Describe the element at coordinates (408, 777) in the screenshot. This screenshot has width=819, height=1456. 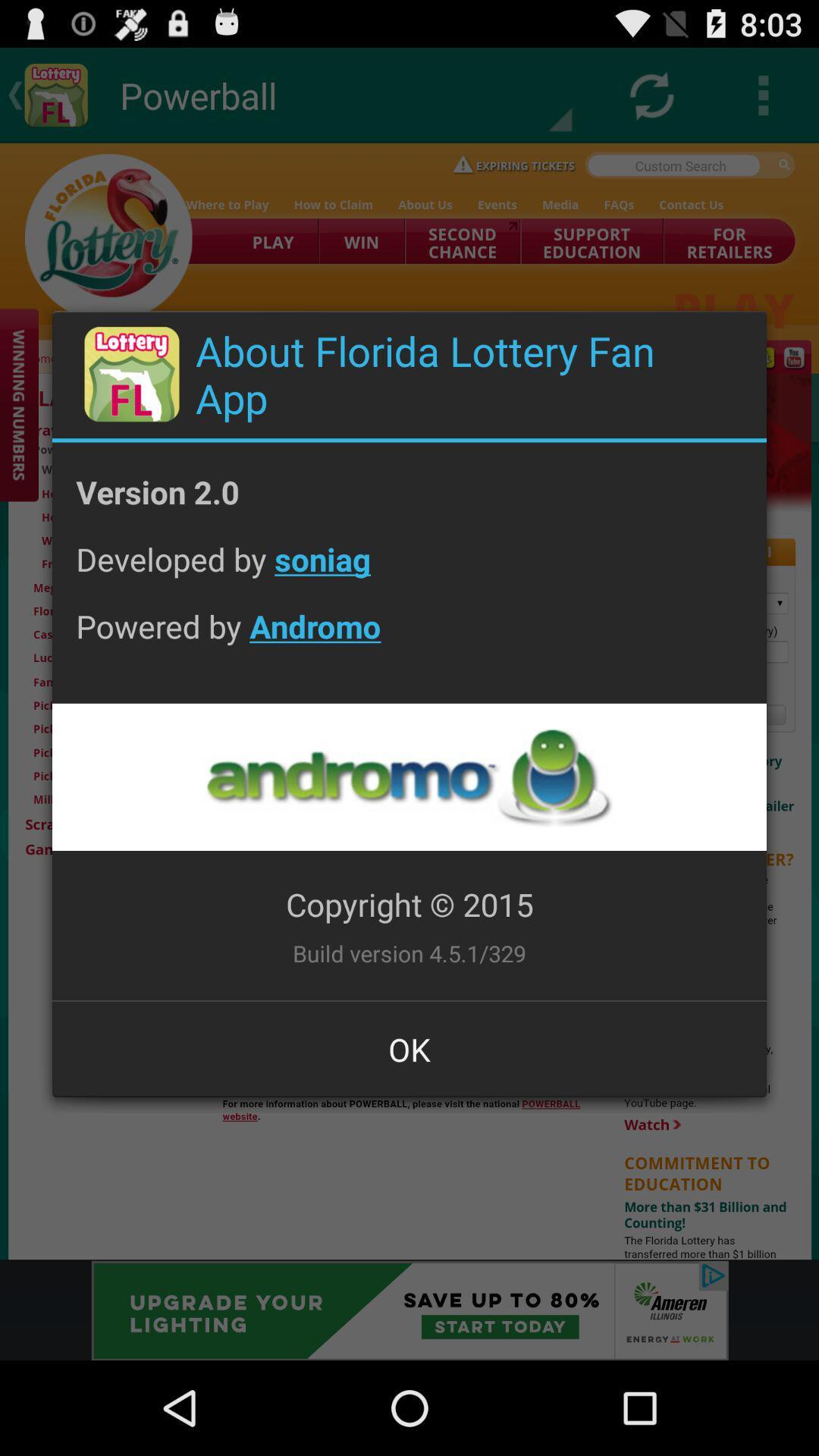
I see `open page` at that location.